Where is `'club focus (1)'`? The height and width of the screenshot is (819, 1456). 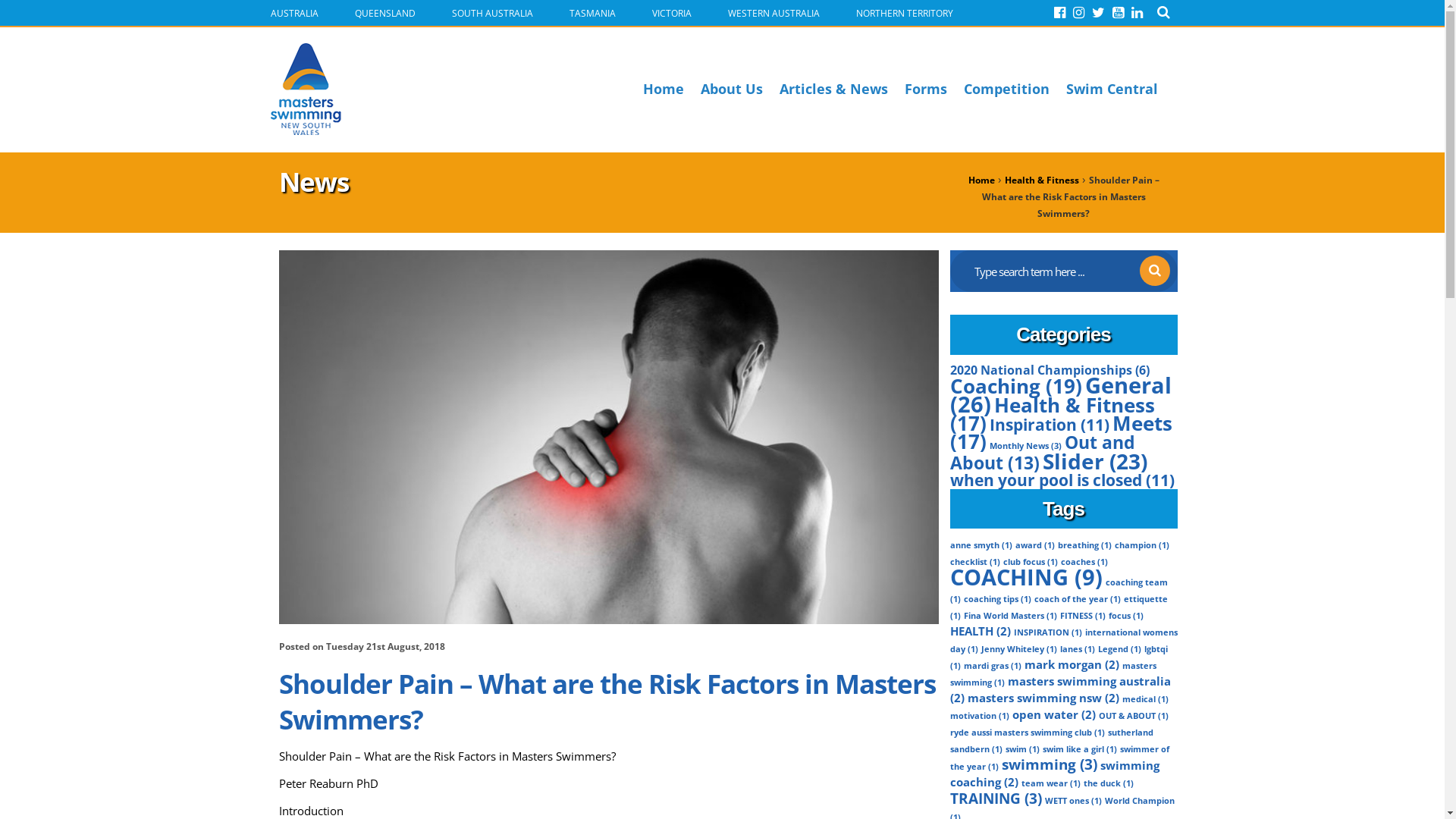
'club focus (1)' is located at coordinates (1030, 561).